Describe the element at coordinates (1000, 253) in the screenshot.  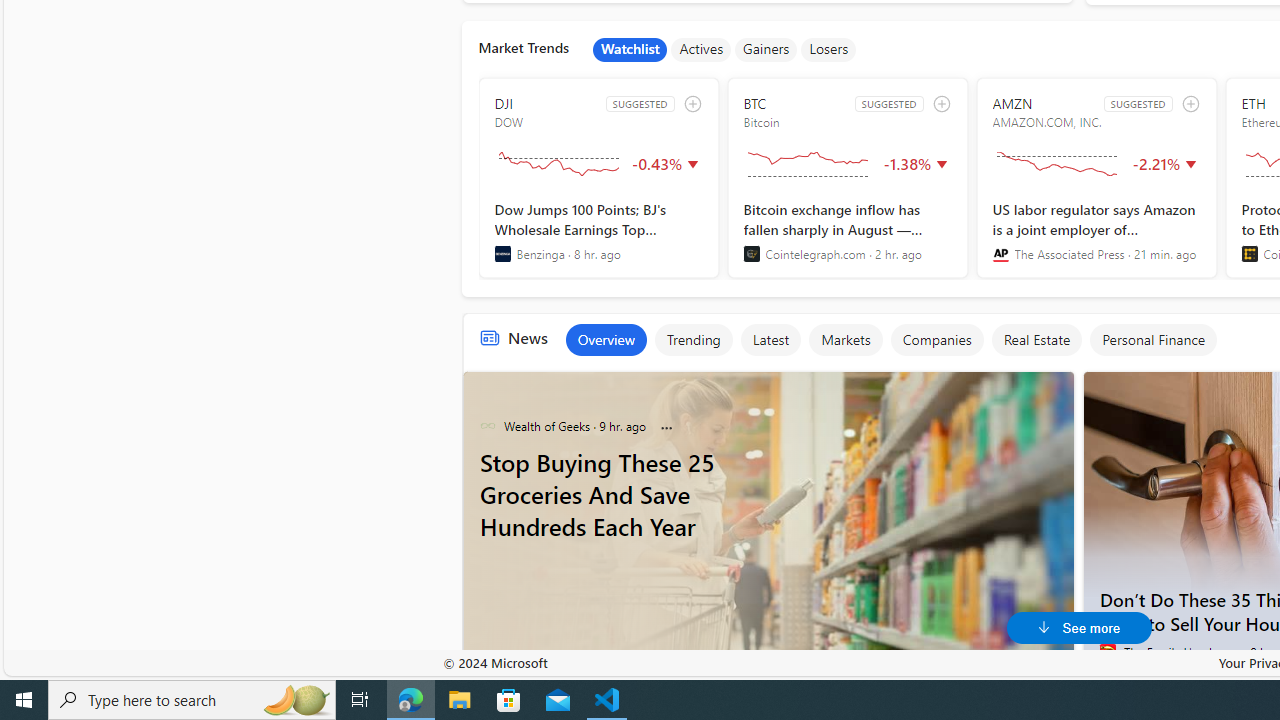
I see `'The Associated Press'` at that location.